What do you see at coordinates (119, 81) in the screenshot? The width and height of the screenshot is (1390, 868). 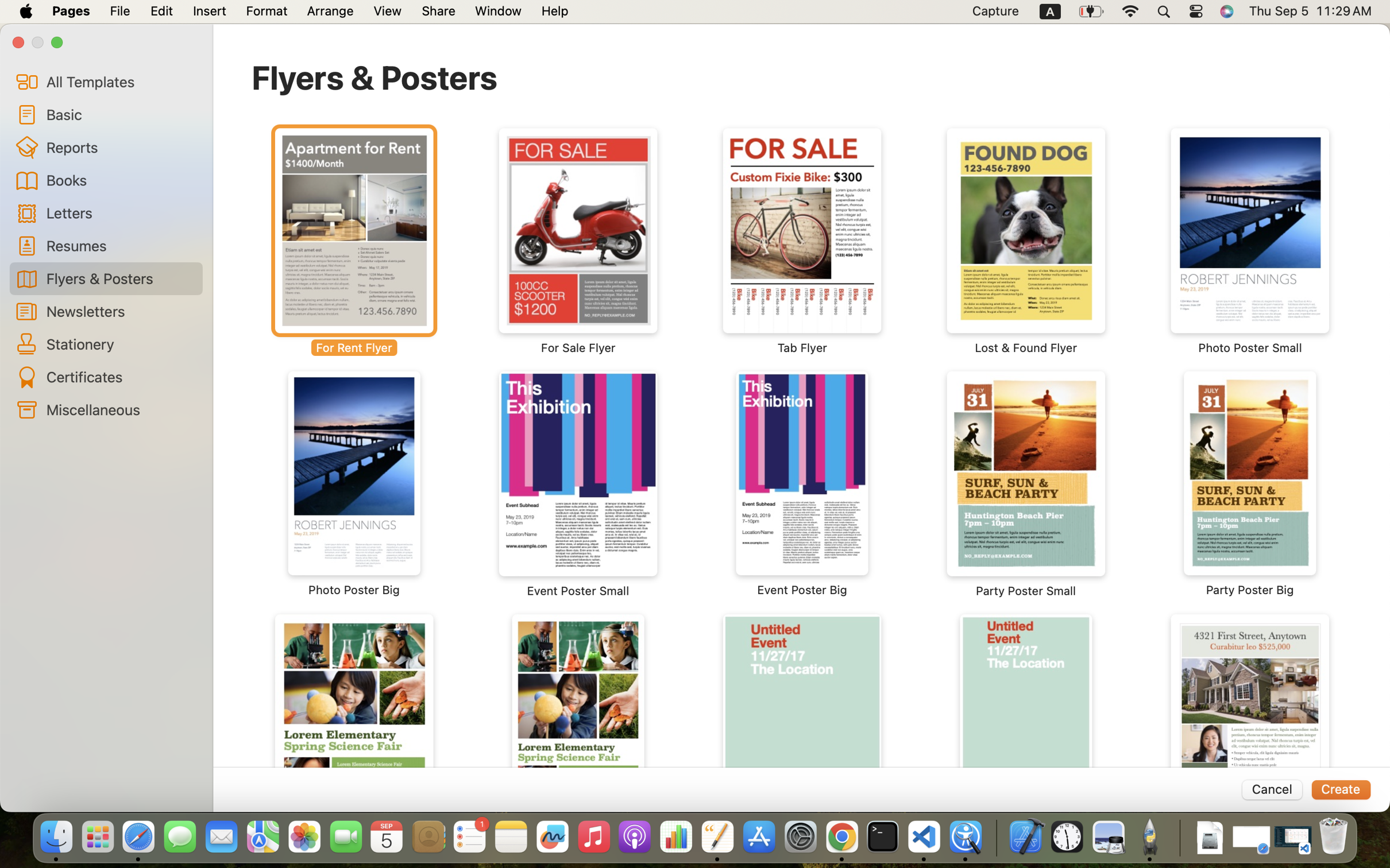 I see `'All Templates'` at bounding box center [119, 81].